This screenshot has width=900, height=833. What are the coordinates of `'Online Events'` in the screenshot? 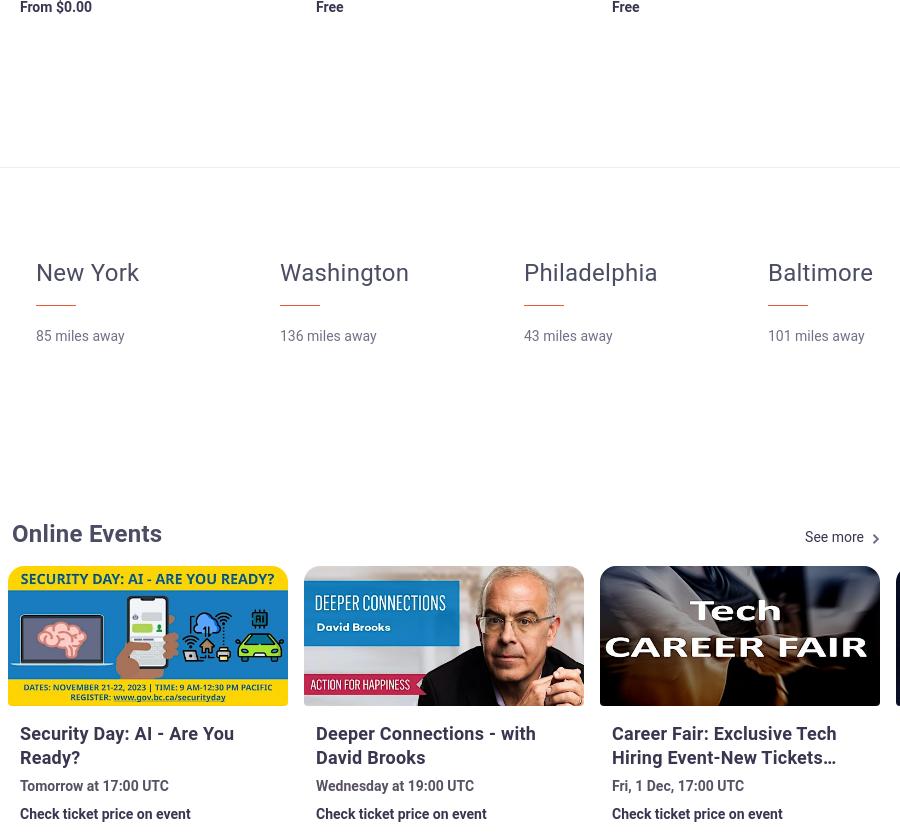 It's located at (10, 534).